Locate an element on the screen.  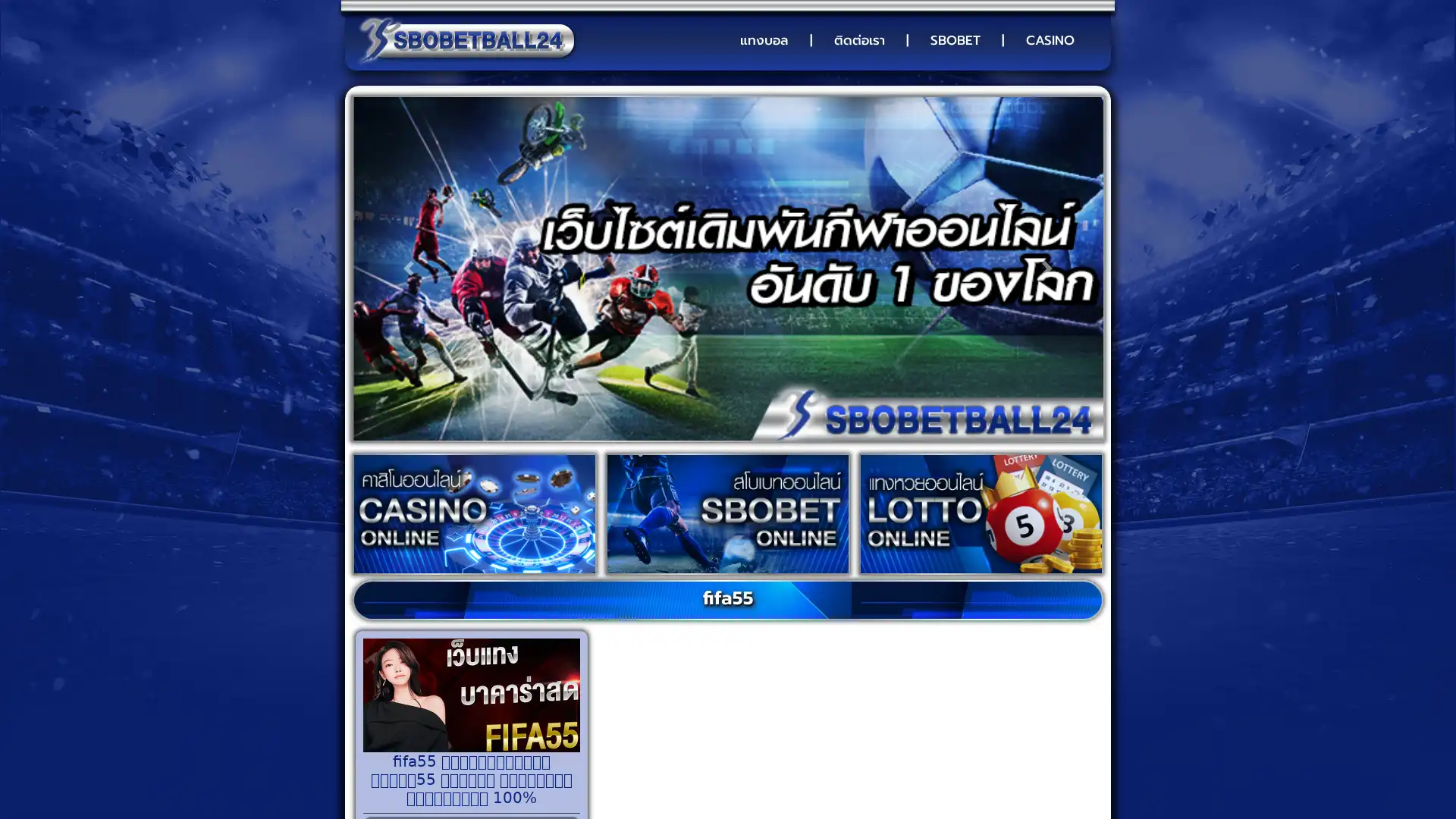
Previous is located at coordinates (408, 268).